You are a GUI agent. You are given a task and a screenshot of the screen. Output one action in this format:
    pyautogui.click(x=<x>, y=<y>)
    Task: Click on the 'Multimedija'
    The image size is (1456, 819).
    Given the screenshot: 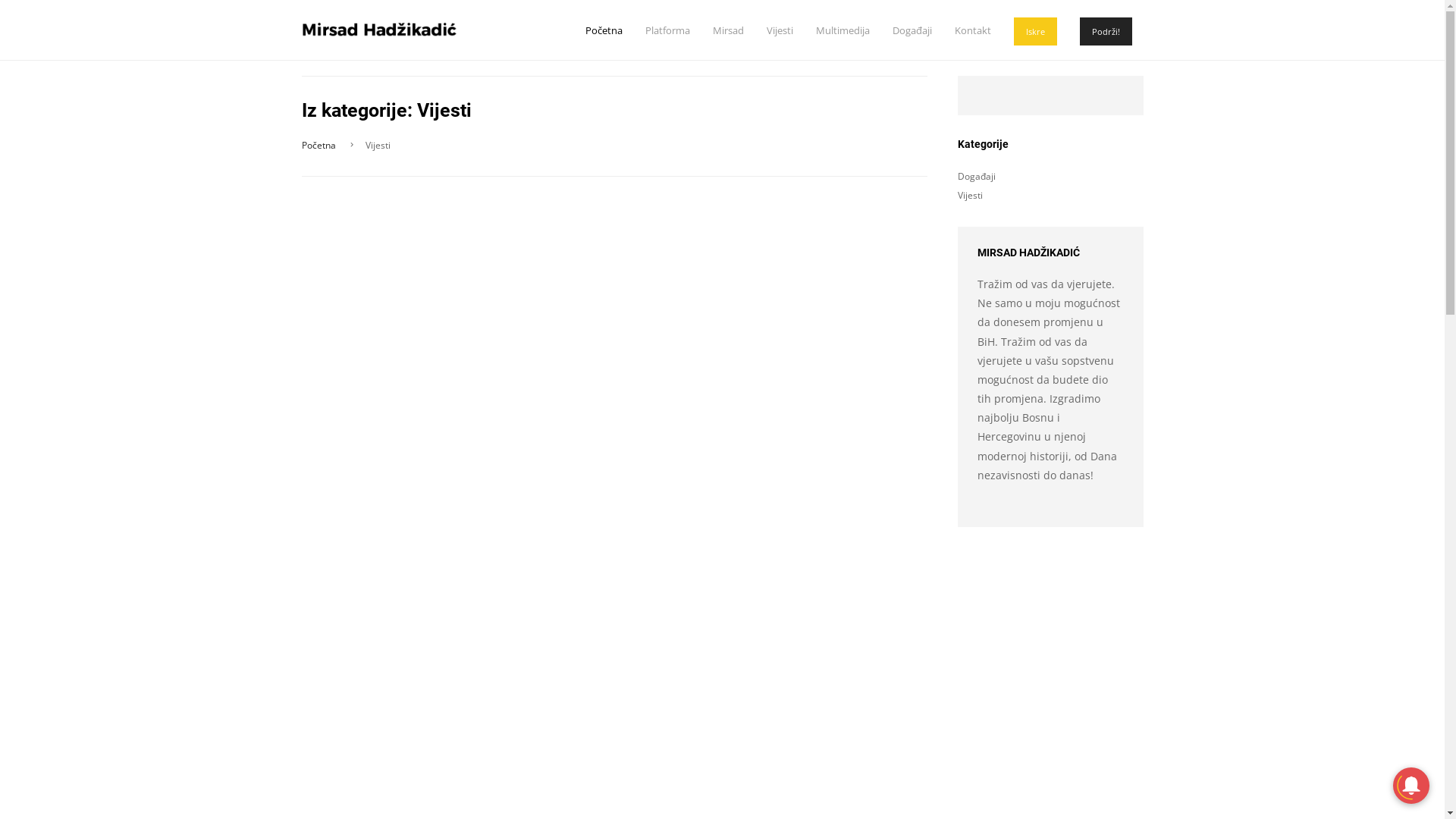 What is the action you would take?
    pyautogui.click(x=842, y=30)
    